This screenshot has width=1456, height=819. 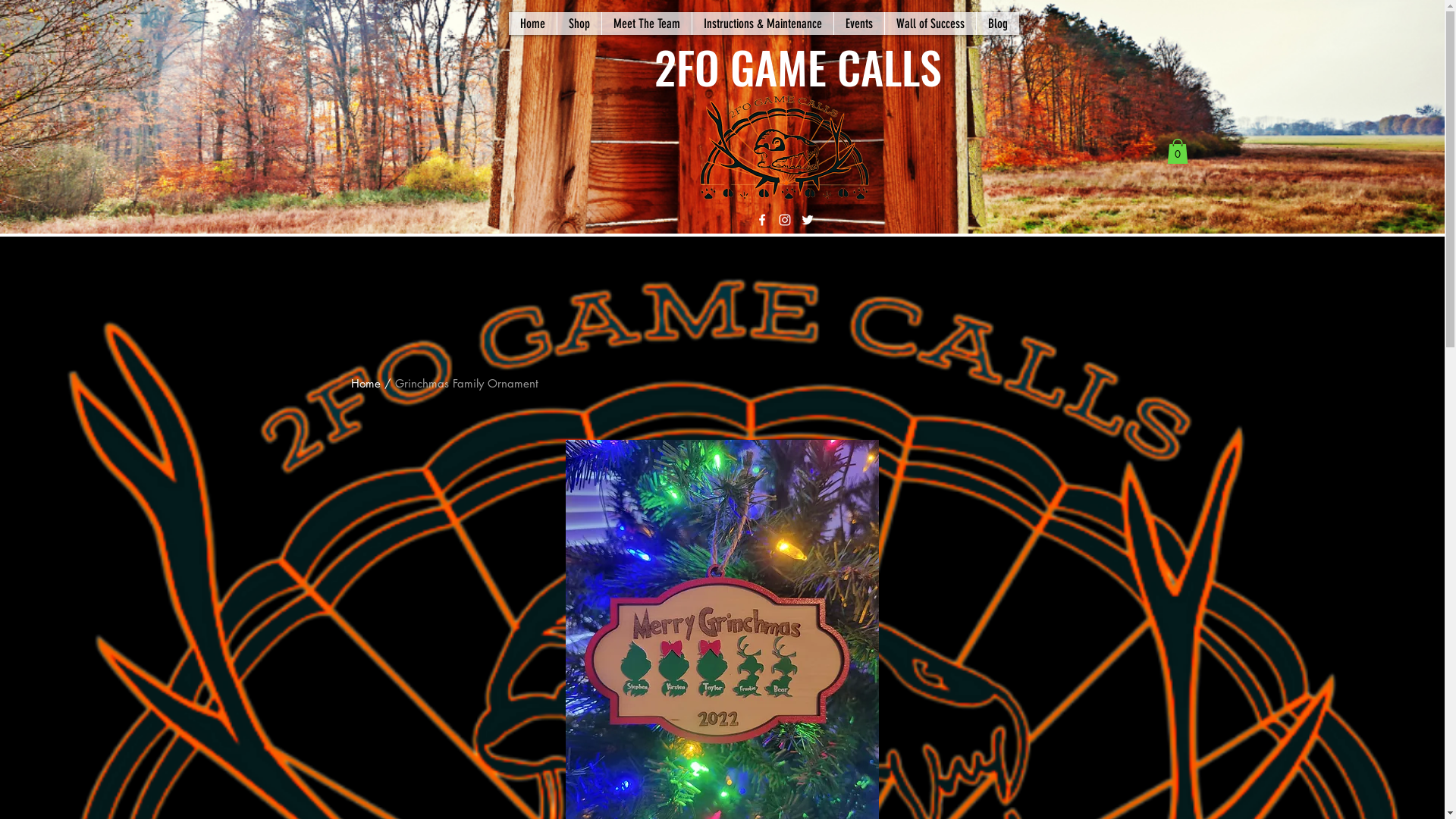 What do you see at coordinates (365, 382) in the screenshot?
I see `'Home'` at bounding box center [365, 382].